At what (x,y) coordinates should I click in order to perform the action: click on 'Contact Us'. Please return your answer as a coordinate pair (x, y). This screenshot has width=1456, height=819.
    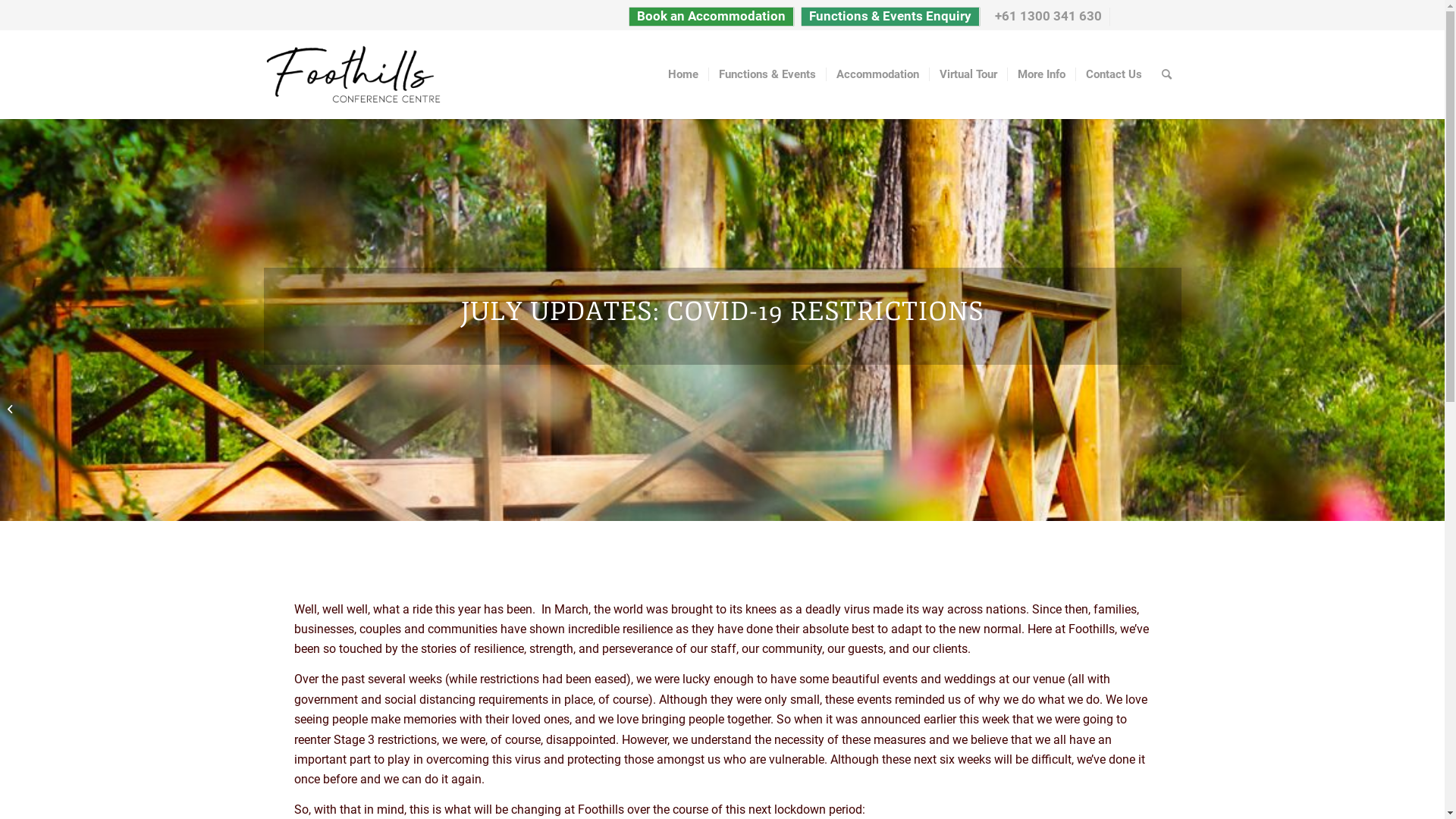
    Looking at the image, I should click on (1113, 74).